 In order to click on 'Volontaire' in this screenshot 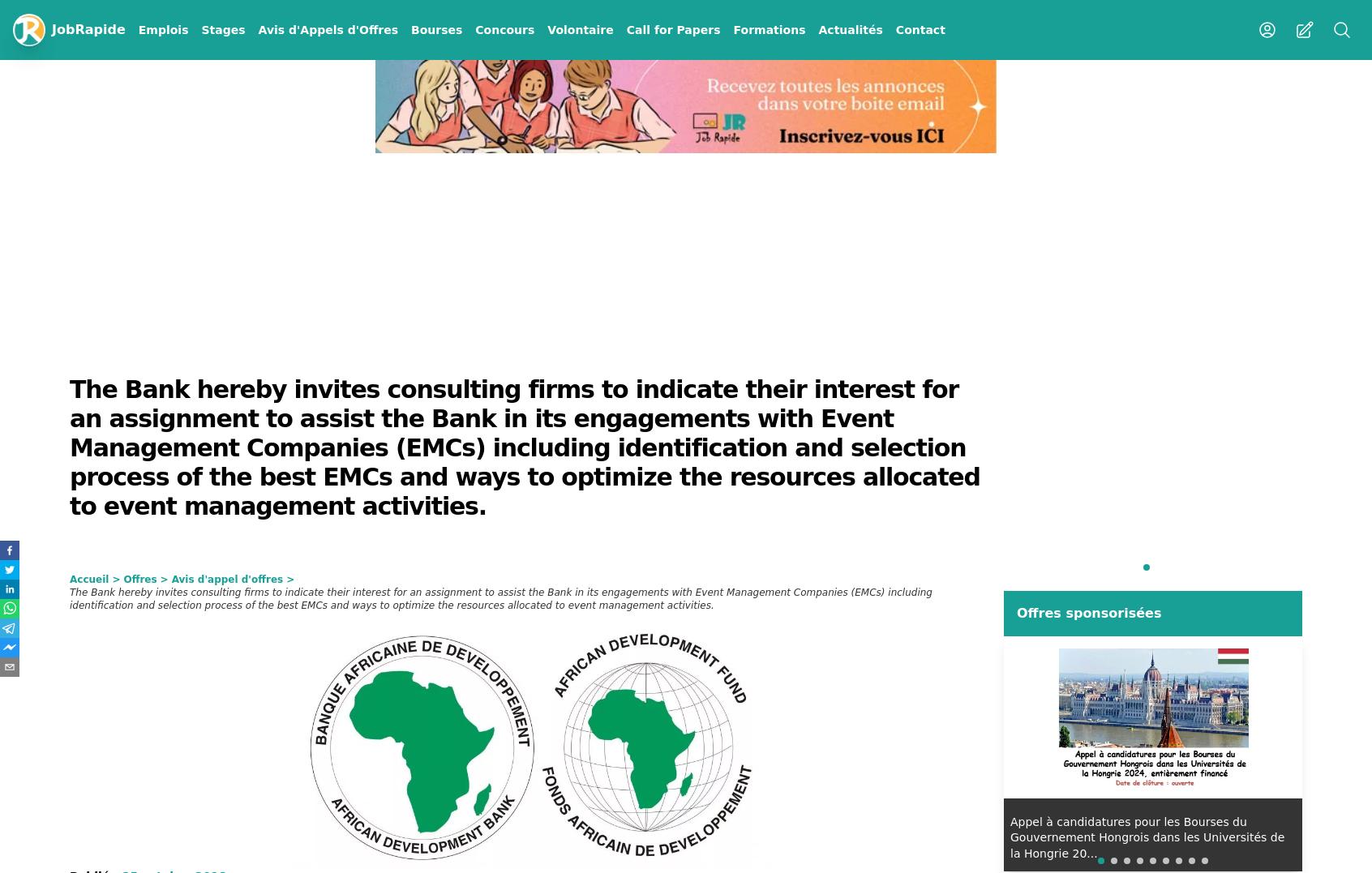, I will do `click(579, 29)`.